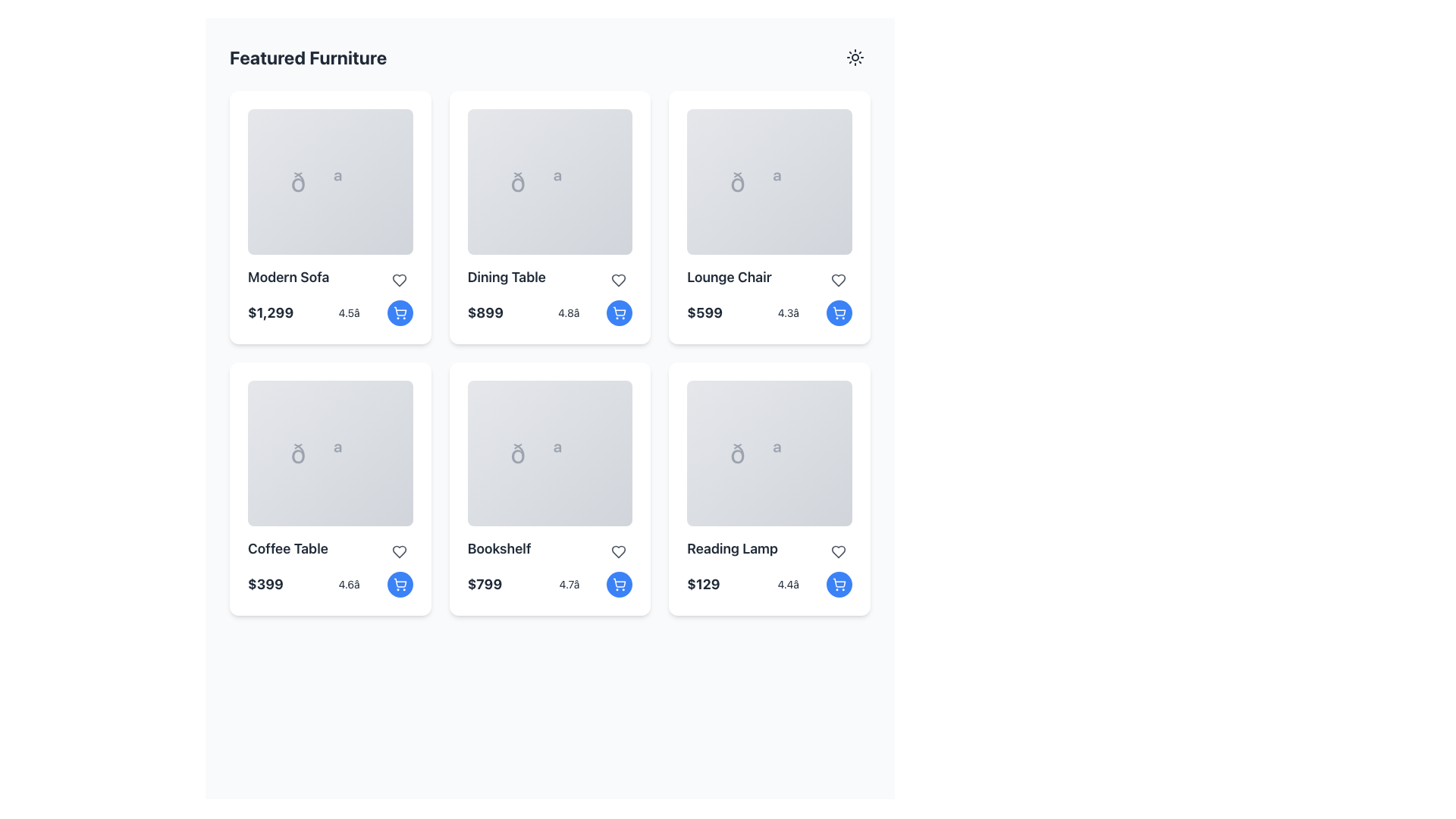 The width and height of the screenshot is (1456, 819). What do you see at coordinates (855, 57) in the screenshot?
I see `the sun icon in the top-right corner of the interface` at bounding box center [855, 57].